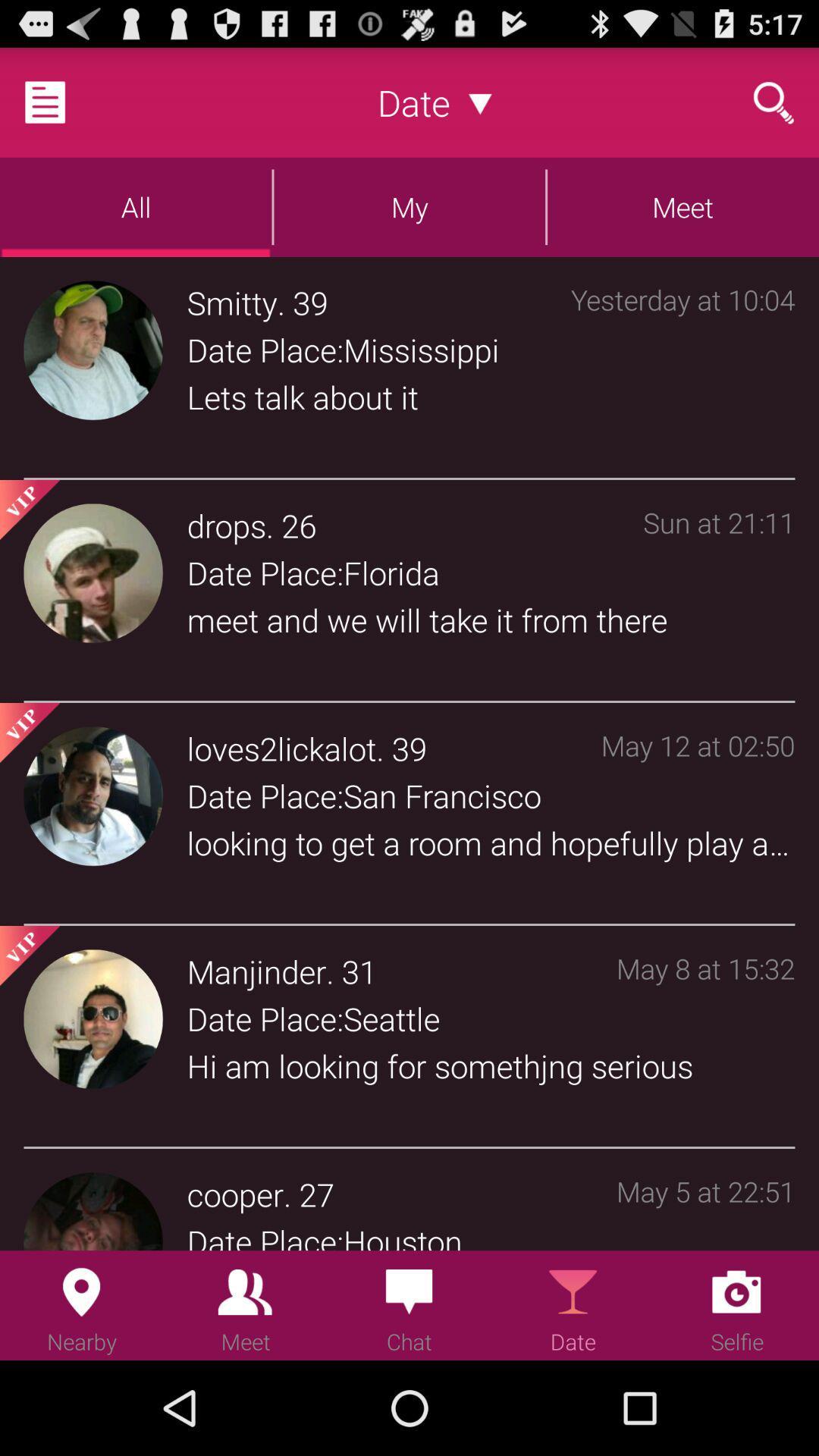 Image resolution: width=819 pixels, height=1456 pixels. What do you see at coordinates (226, 525) in the screenshot?
I see `the drops icon` at bounding box center [226, 525].